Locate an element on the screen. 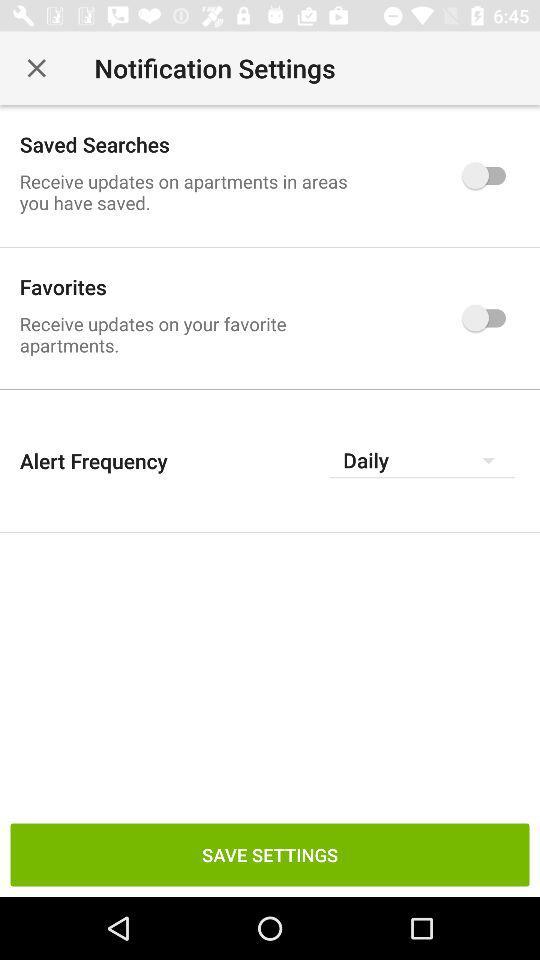 The width and height of the screenshot is (540, 960). saved searches is located at coordinates (488, 174).